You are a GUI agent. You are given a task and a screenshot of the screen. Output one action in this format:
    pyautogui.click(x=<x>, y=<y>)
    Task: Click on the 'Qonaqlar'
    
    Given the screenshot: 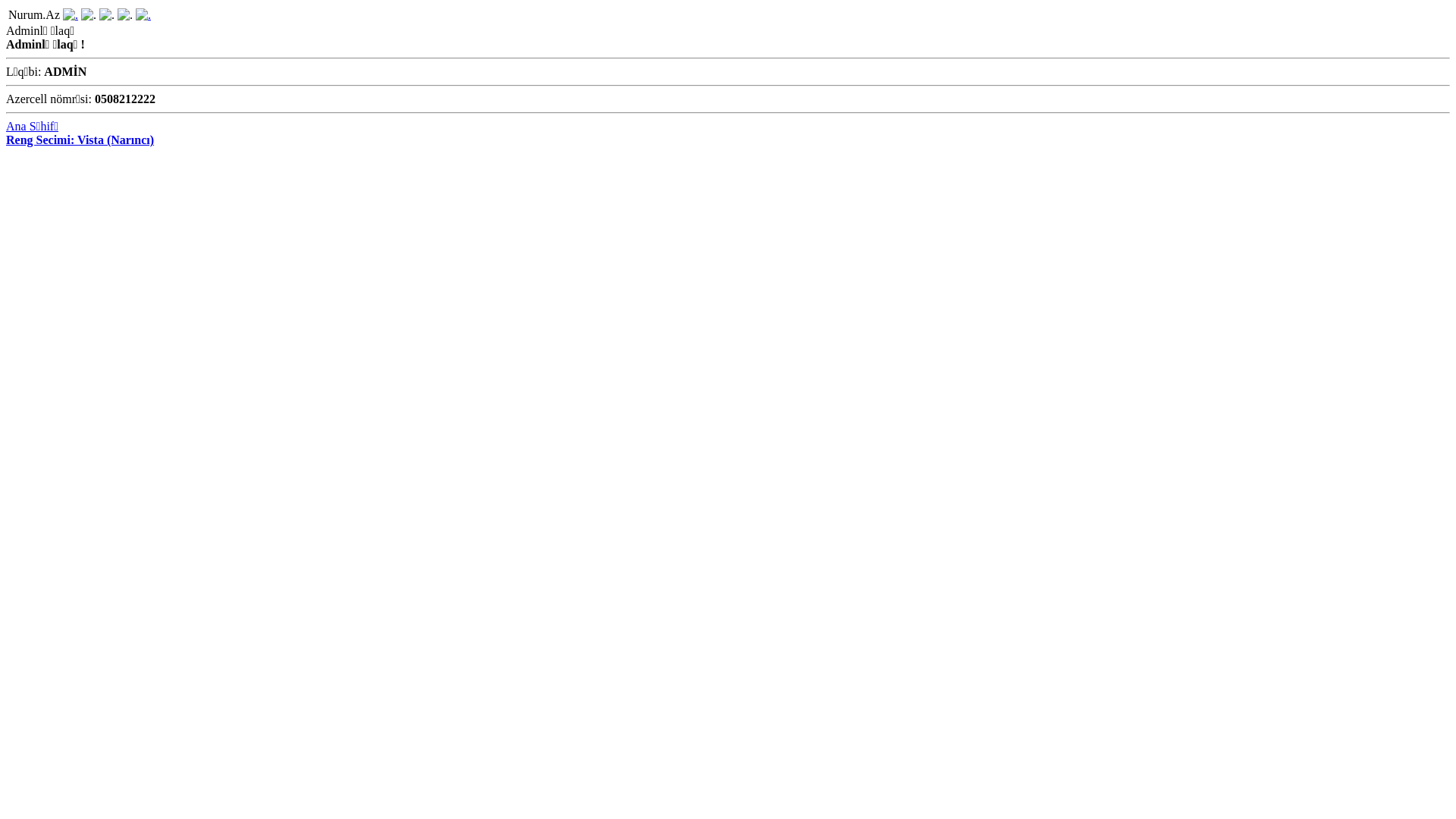 What is the action you would take?
    pyautogui.click(x=124, y=14)
    